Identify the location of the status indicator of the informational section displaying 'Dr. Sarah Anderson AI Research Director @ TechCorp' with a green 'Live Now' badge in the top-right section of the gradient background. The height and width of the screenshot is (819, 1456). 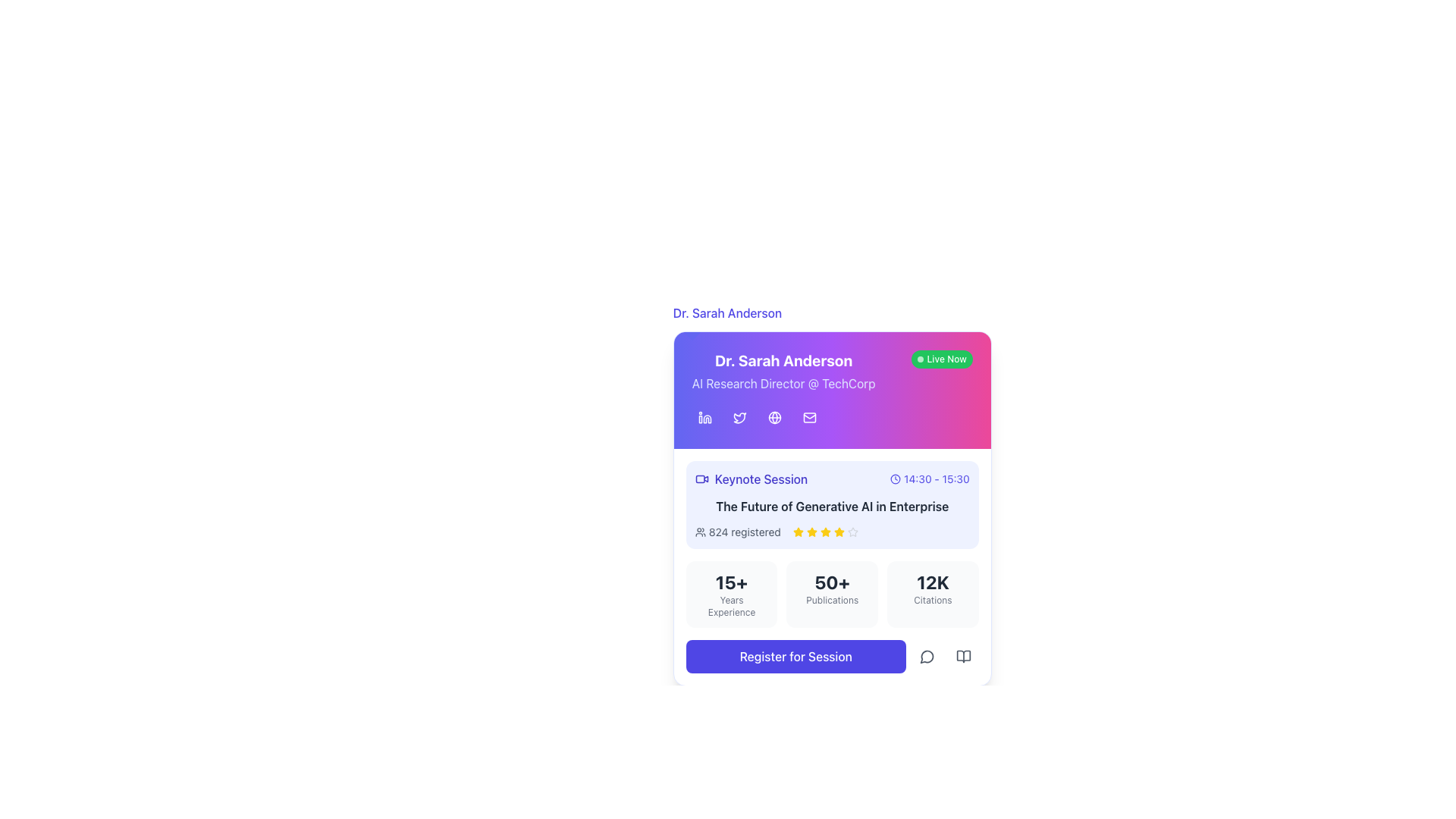
(831, 371).